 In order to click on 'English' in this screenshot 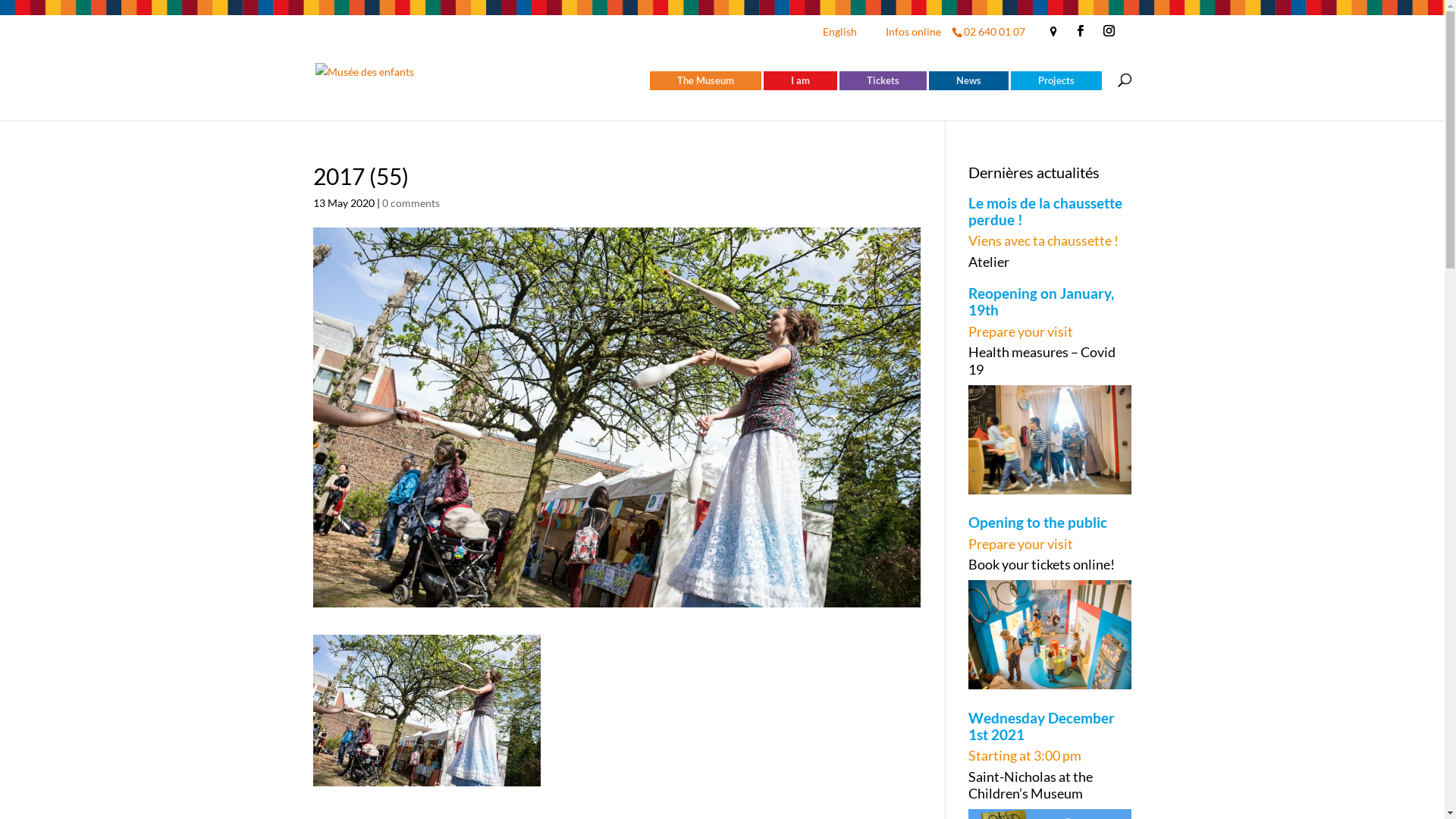, I will do `click(818, 34)`.